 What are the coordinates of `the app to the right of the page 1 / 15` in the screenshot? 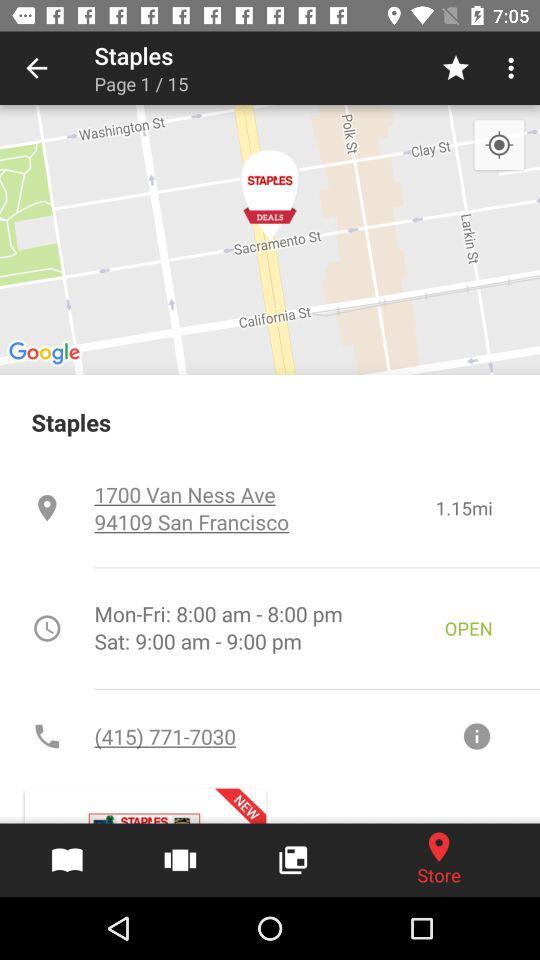 It's located at (455, 68).